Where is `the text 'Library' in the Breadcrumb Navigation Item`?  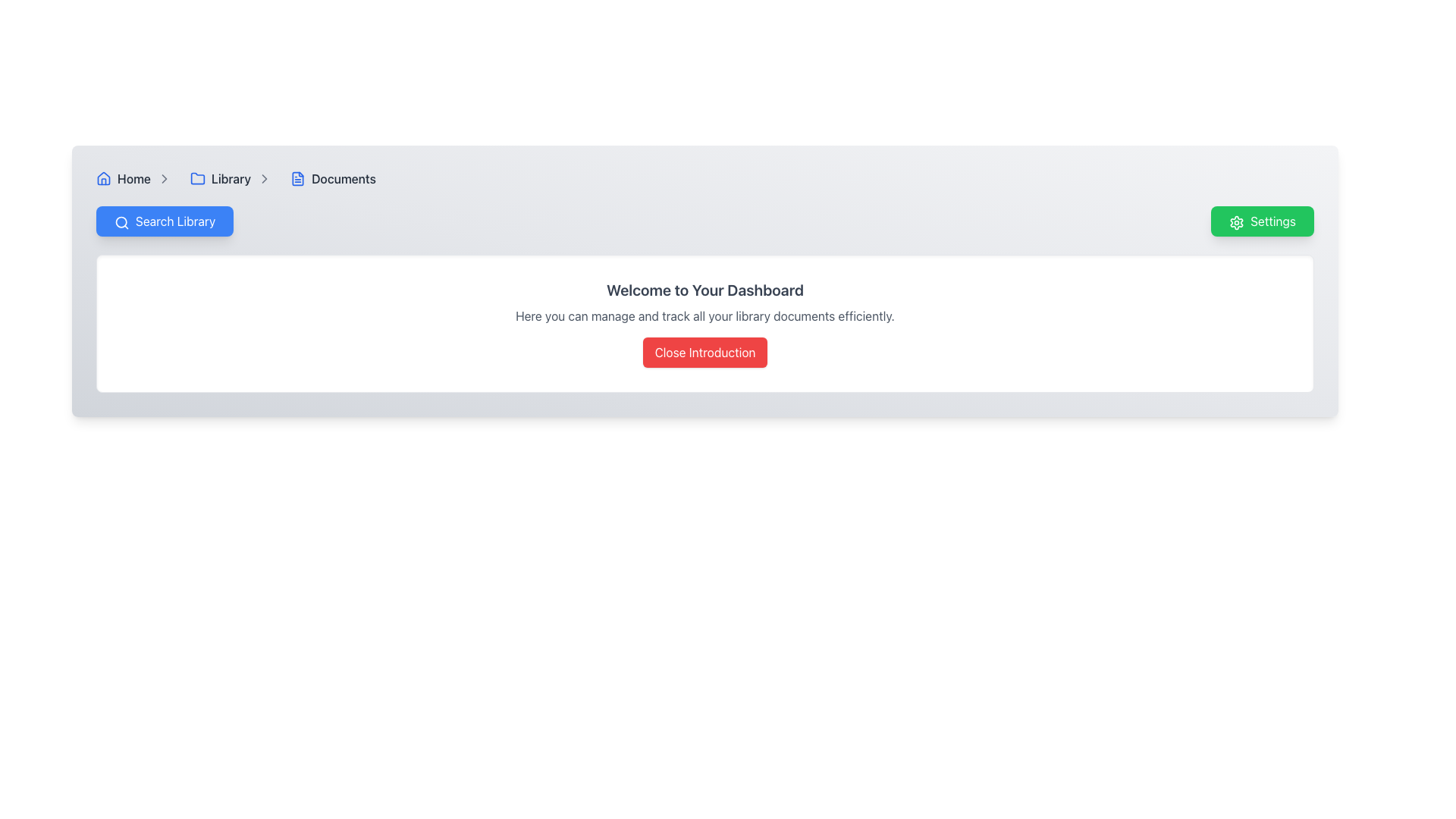 the text 'Library' in the Breadcrumb Navigation Item is located at coordinates (234, 177).